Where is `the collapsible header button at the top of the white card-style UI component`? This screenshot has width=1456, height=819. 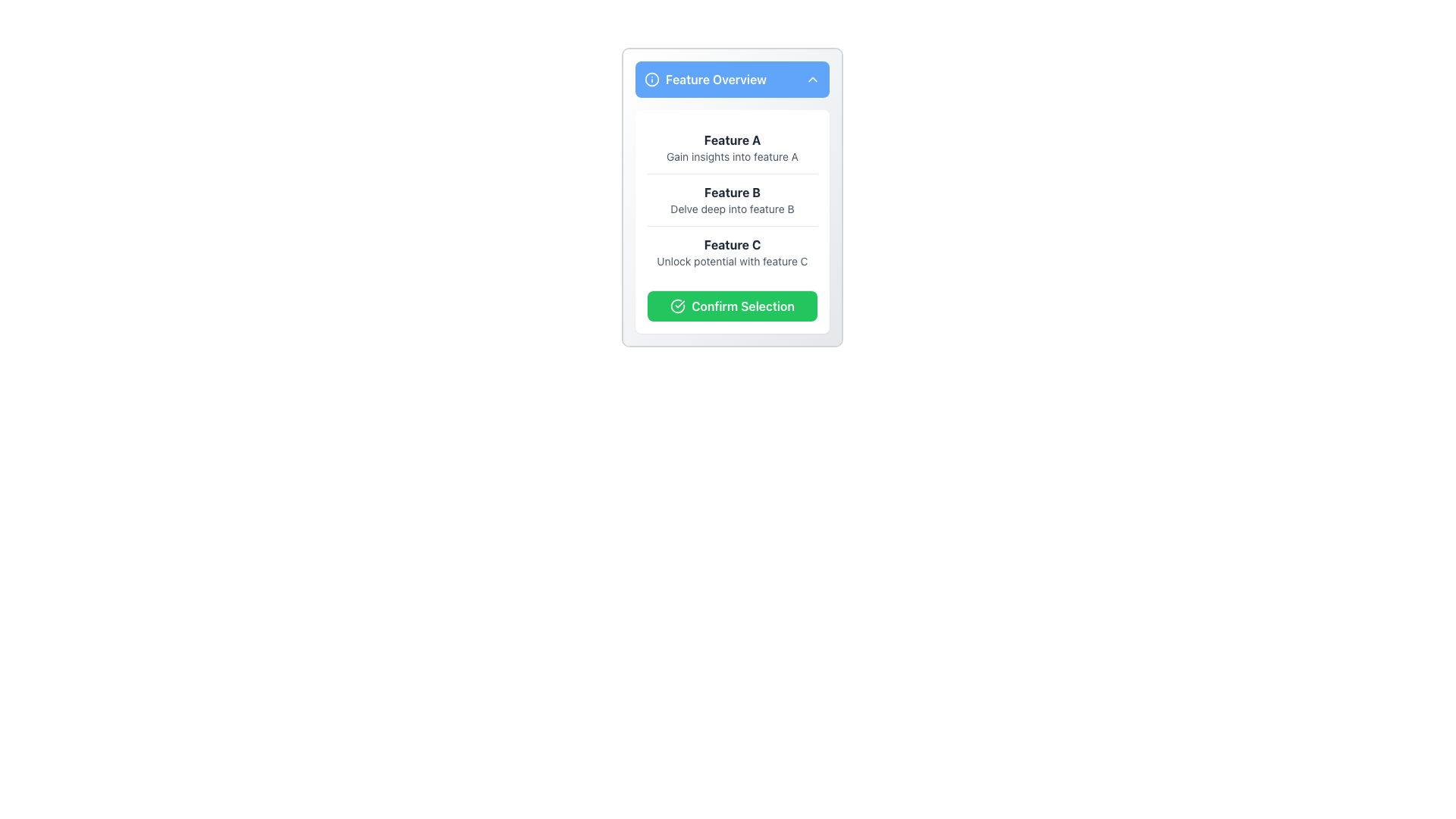
the collapsible header button at the top of the white card-style UI component is located at coordinates (732, 79).